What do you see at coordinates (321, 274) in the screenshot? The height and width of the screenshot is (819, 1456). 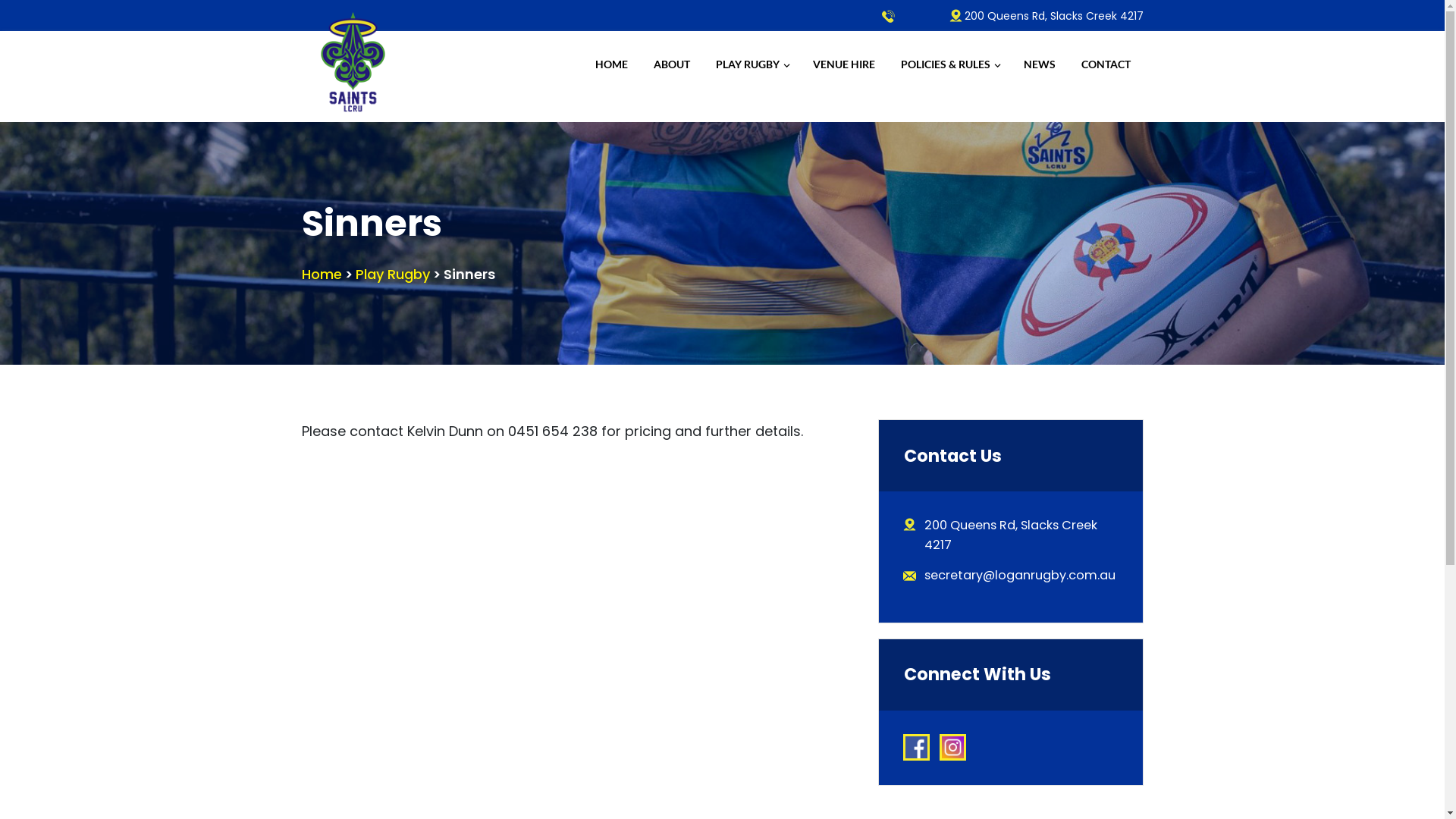 I see `'Home'` at bounding box center [321, 274].